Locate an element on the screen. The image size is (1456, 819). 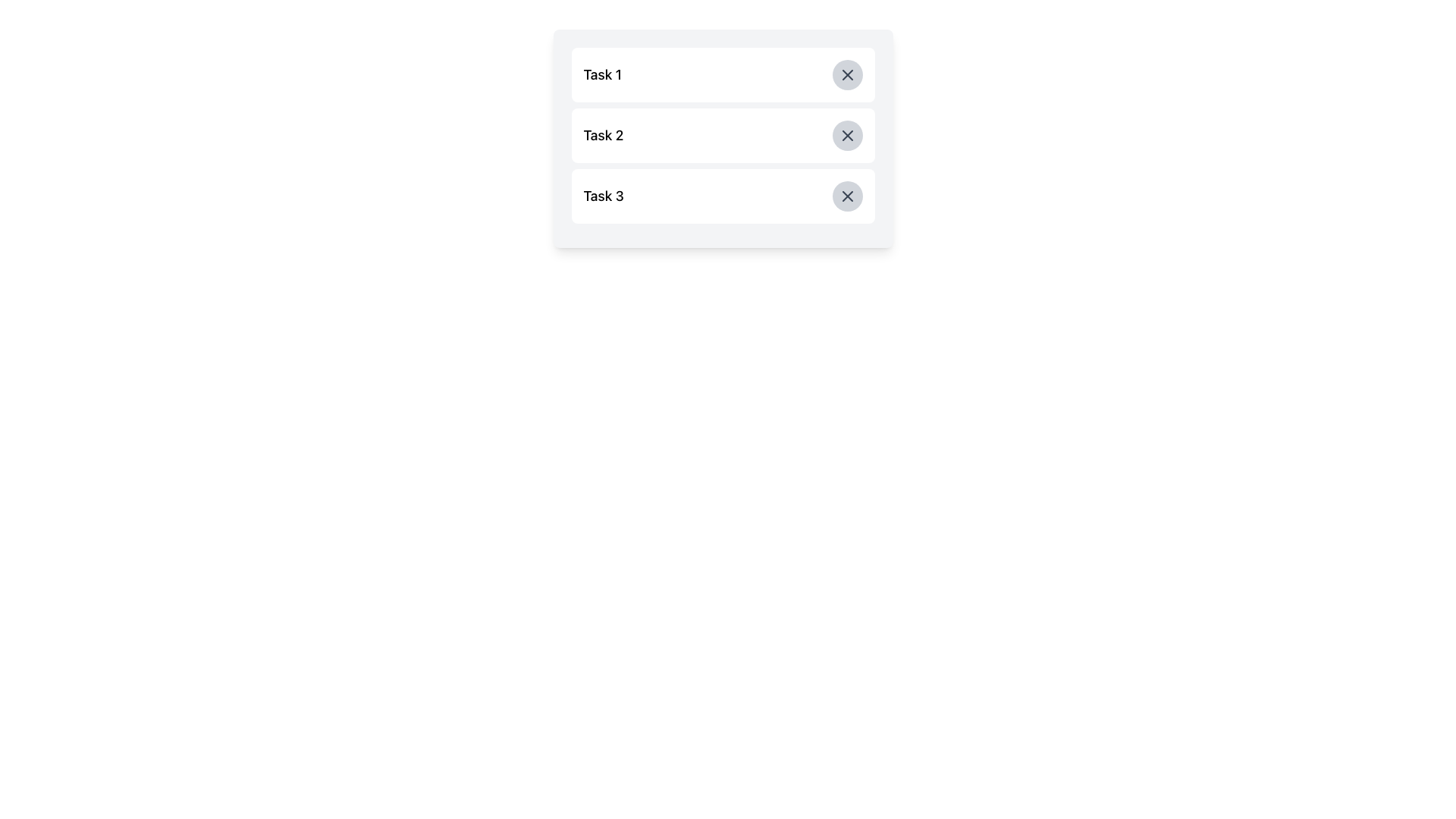
the diagonal cross-shaped icon ('X') located within a circular space, positioned to the right of the 'Task 3' text label in the third row of tasks is located at coordinates (846, 195).